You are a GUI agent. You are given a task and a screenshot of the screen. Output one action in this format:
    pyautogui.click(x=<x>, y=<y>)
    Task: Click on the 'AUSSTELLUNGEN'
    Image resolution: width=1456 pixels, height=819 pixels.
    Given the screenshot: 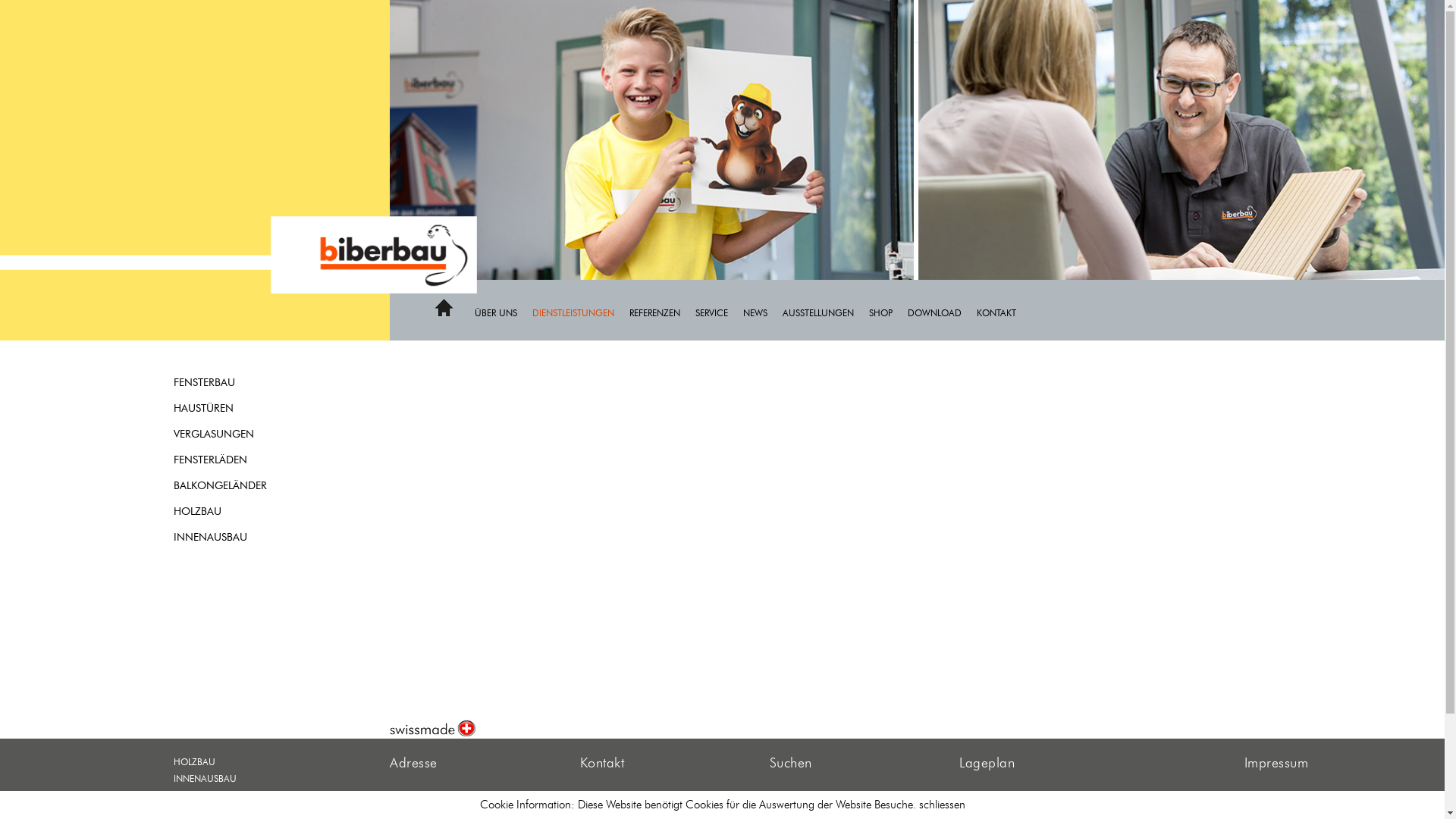 What is the action you would take?
    pyautogui.click(x=825, y=311)
    